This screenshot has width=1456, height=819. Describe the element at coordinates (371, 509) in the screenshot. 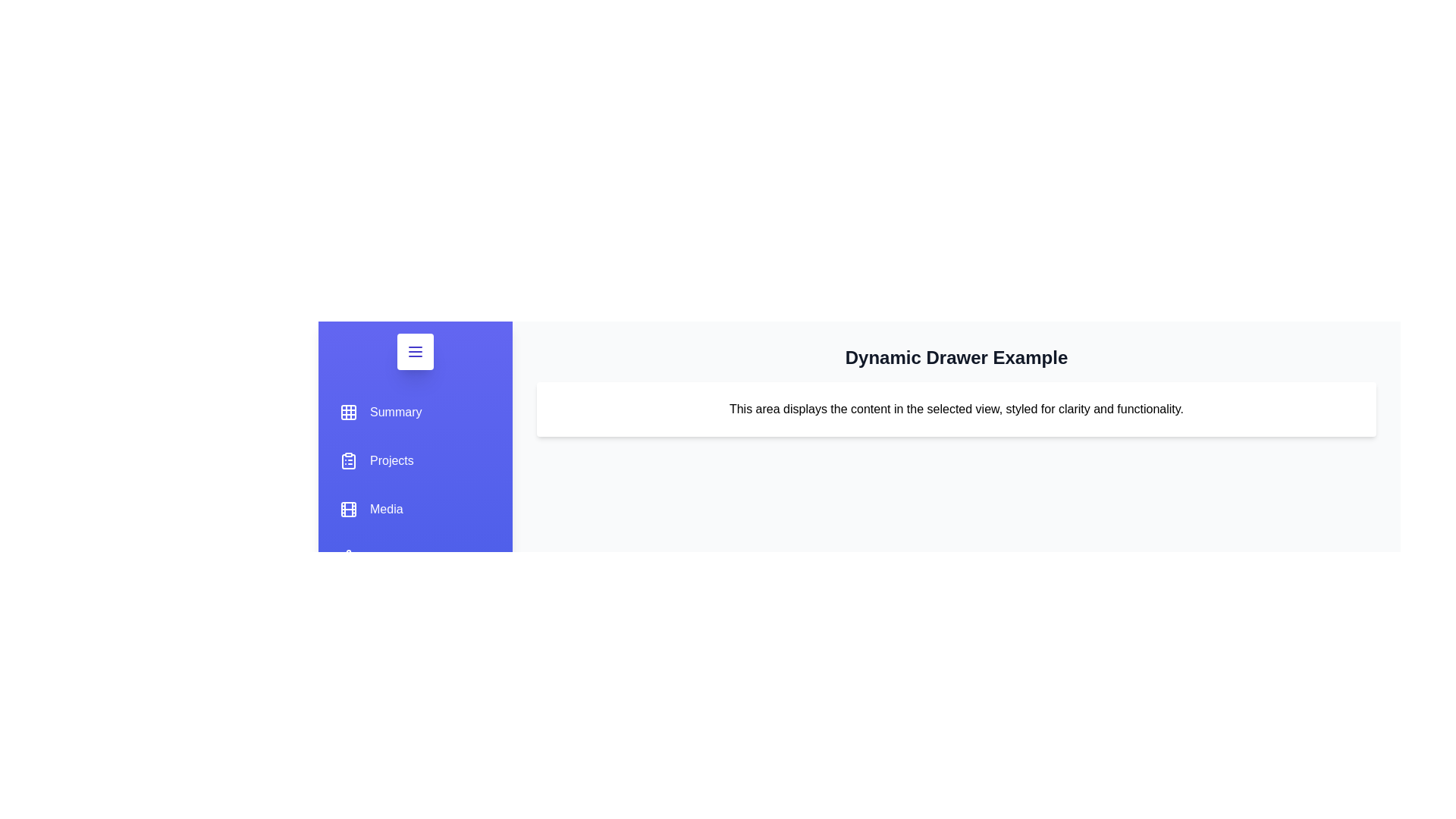

I see `the section button corresponding to Media` at that location.